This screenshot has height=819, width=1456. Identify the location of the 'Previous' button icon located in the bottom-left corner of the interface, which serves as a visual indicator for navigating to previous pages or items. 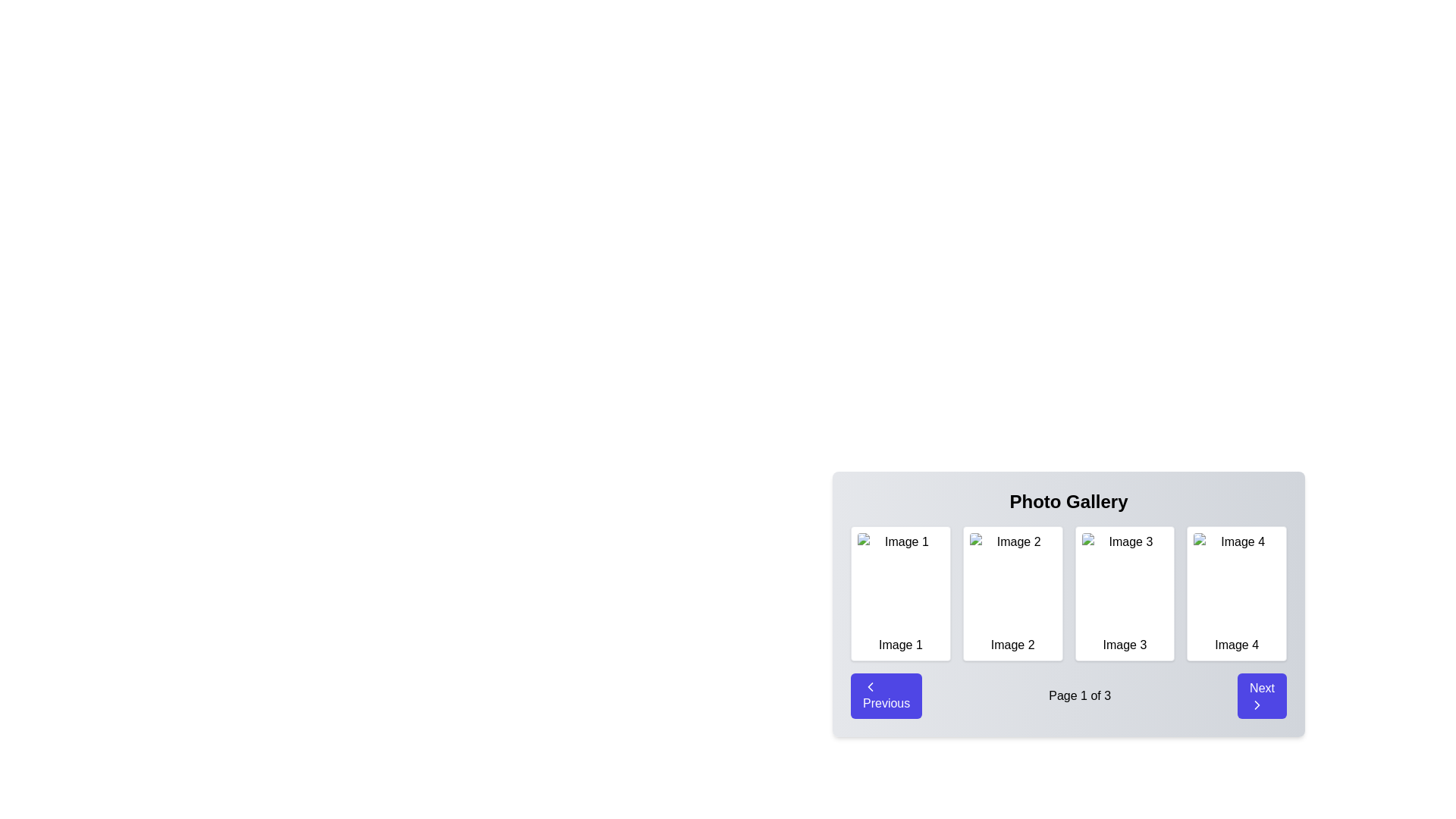
(870, 687).